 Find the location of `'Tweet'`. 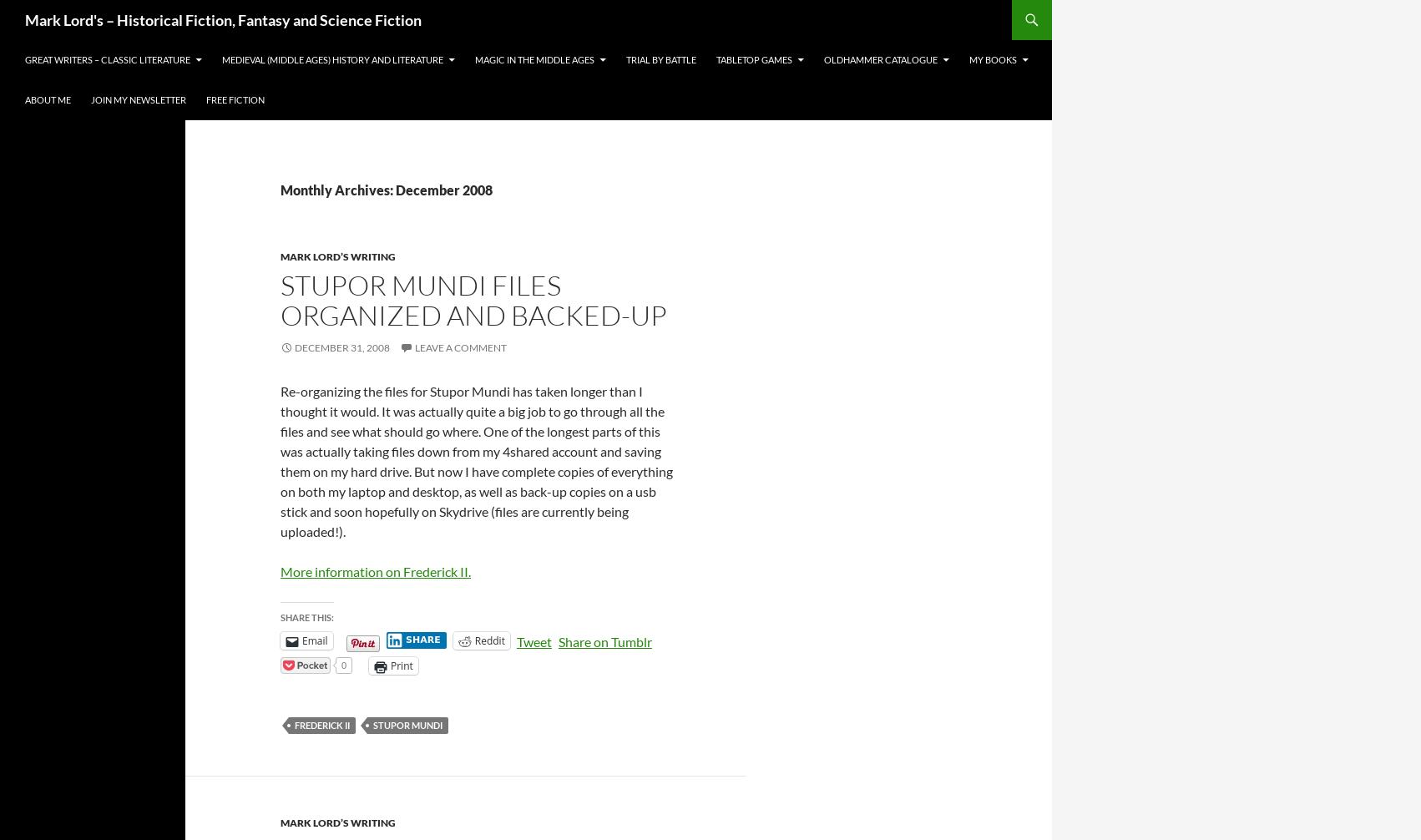

'Tweet' is located at coordinates (533, 640).